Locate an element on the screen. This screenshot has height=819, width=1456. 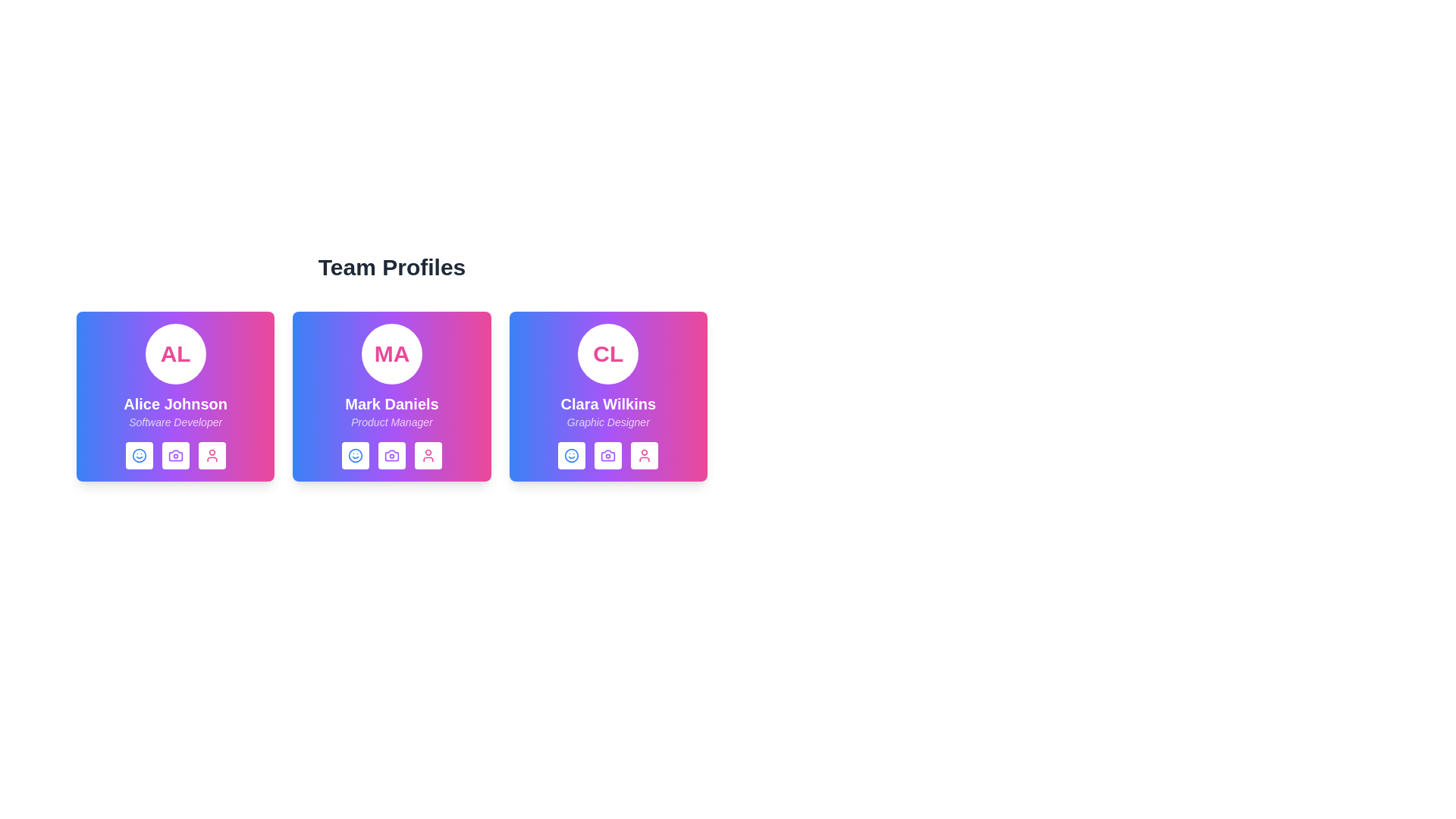
the first icon located at the bottom of the 'Clara Wilkins' profile card, which represents a cheerful or positive action is located at coordinates (571, 455).